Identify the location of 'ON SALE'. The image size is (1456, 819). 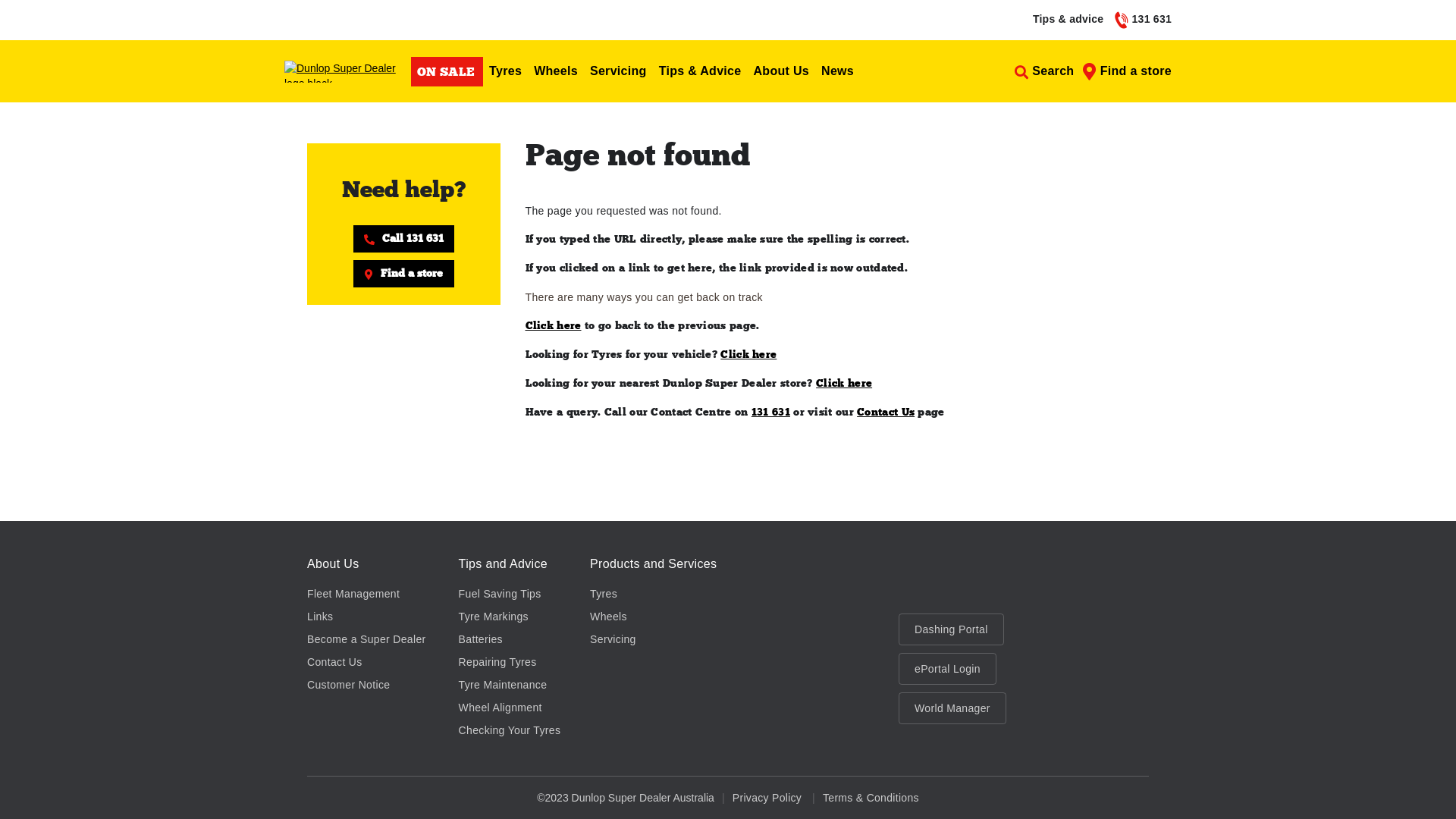
(446, 71).